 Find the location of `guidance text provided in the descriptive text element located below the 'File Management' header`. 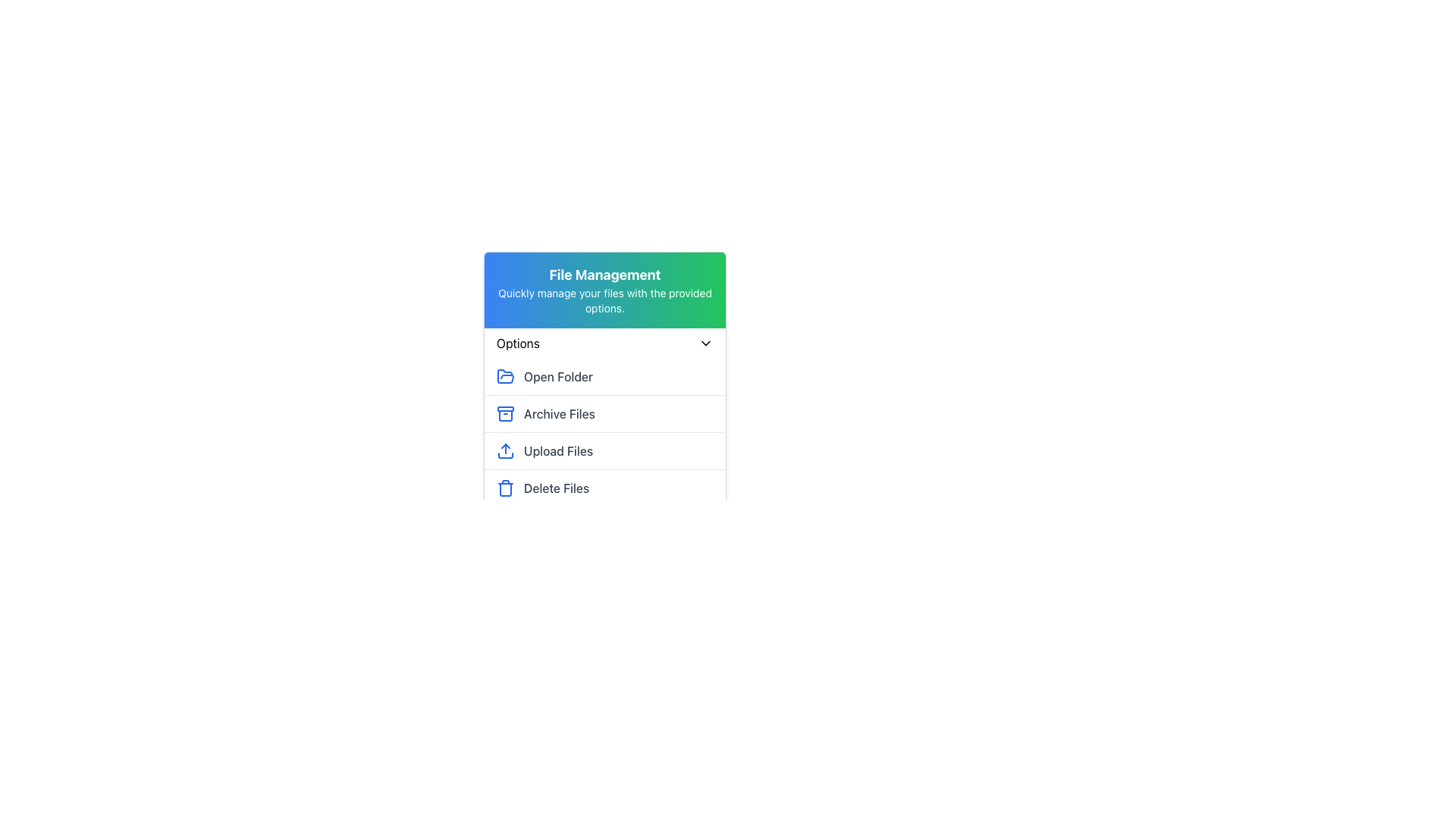

guidance text provided in the descriptive text element located below the 'File Management' header is located at coordinates (604, 301).